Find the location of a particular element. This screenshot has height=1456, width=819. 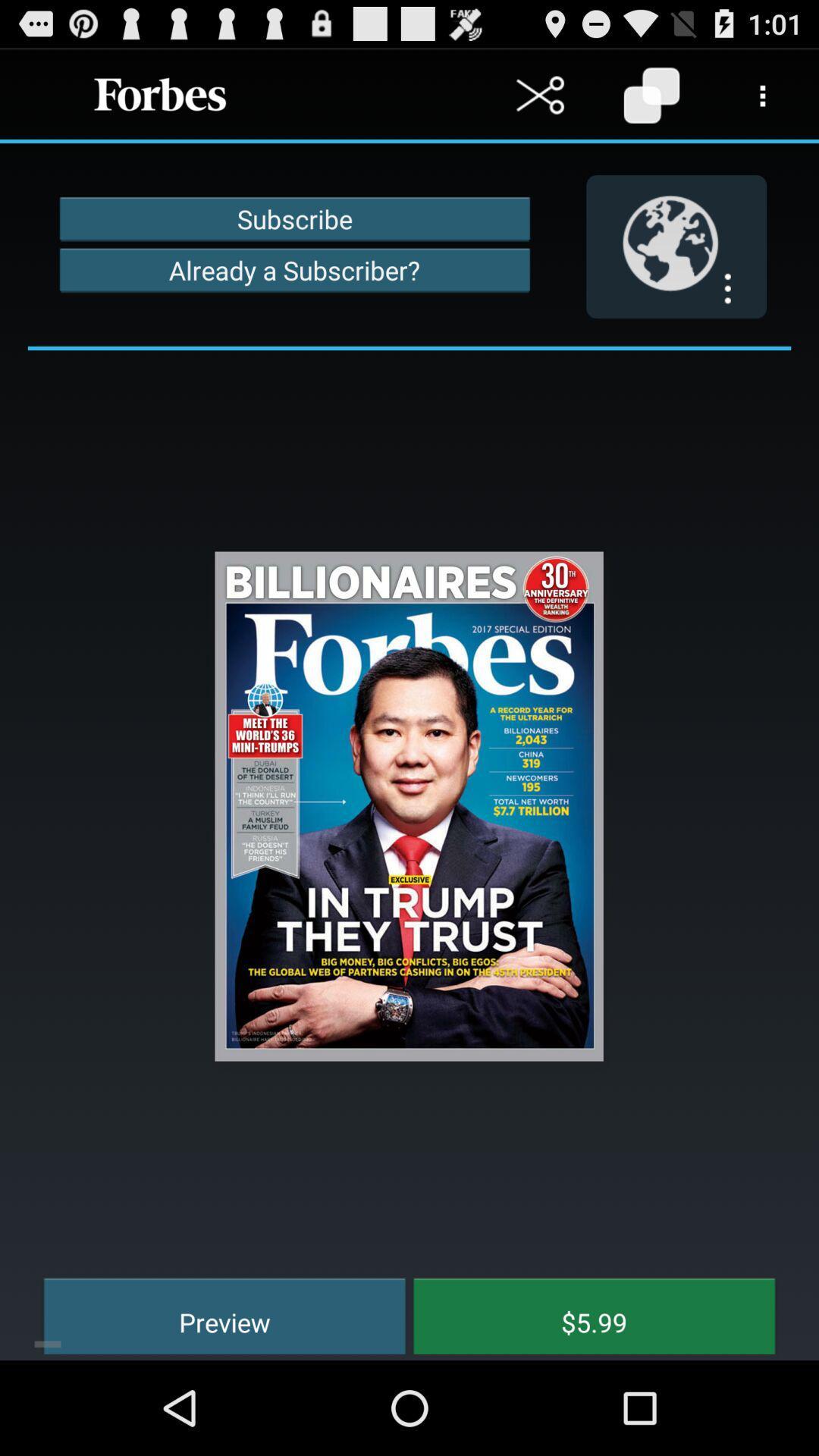

the item next to the preview icon is located at coordinates (582, 1313).